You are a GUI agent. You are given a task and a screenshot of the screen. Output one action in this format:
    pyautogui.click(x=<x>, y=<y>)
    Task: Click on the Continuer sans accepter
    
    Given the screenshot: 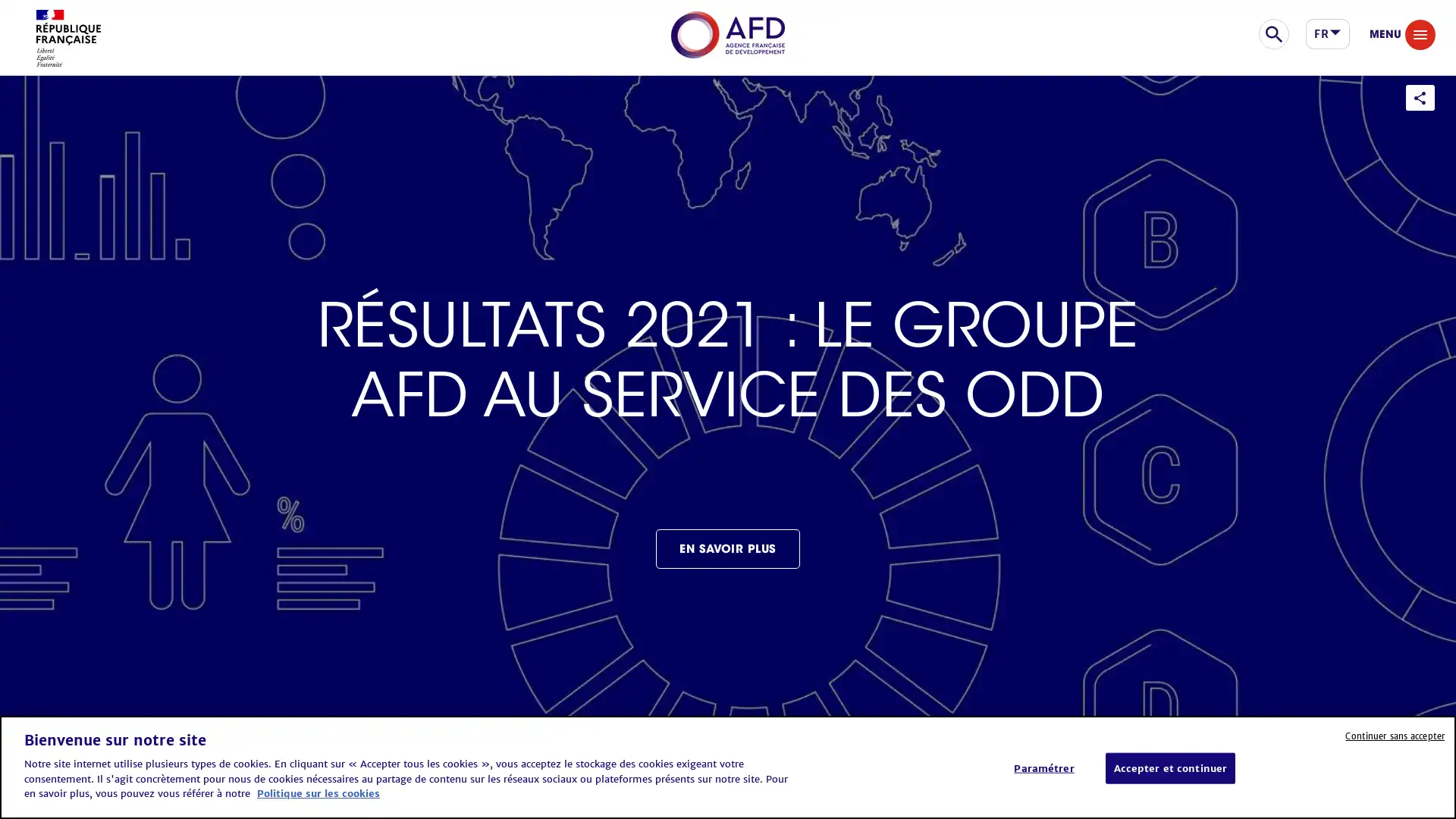 What is the action you would take?
    pyautogui.click(x=1395, y=735)
    